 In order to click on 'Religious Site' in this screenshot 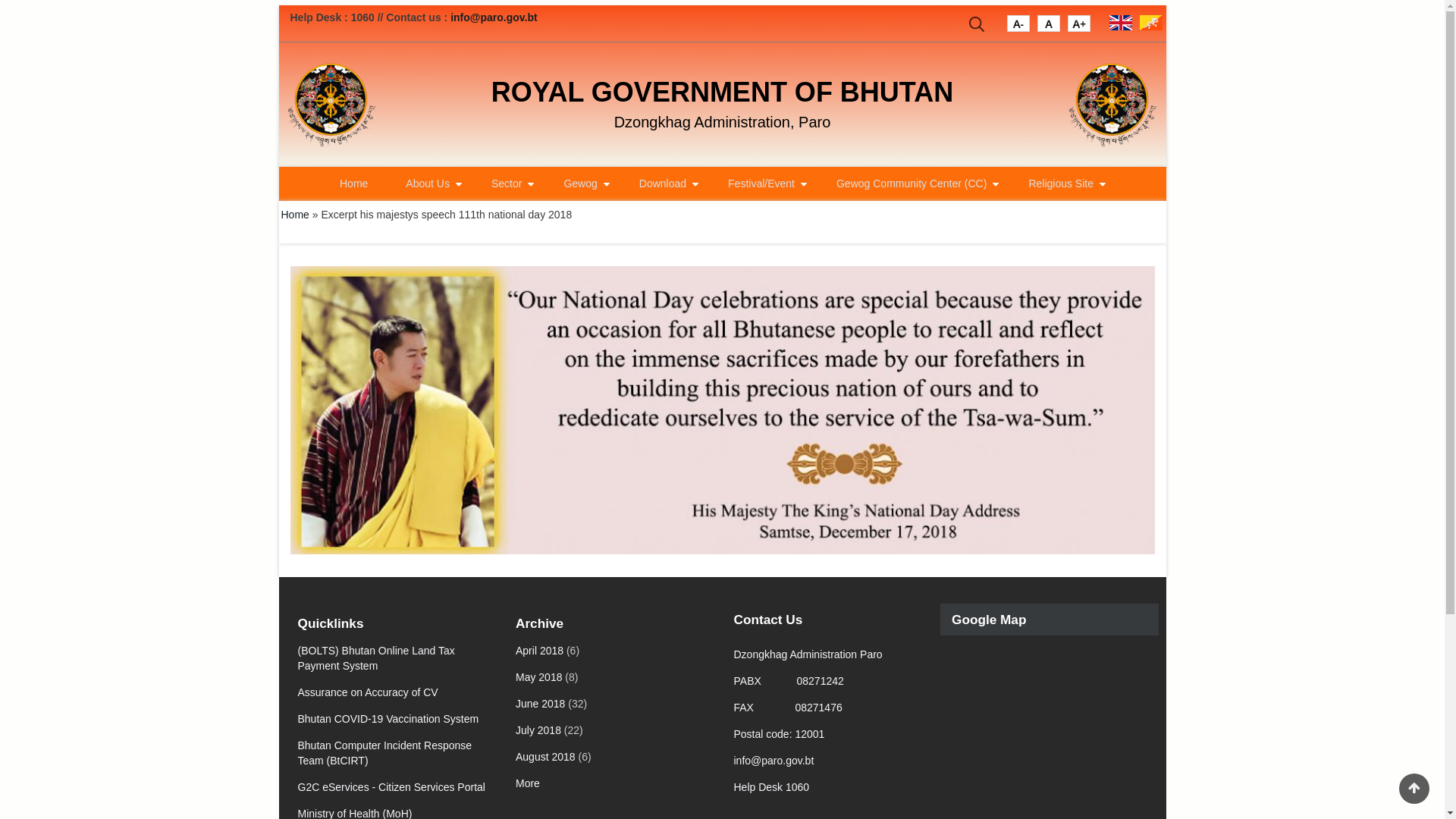, I will do `click(1012, 183)`.